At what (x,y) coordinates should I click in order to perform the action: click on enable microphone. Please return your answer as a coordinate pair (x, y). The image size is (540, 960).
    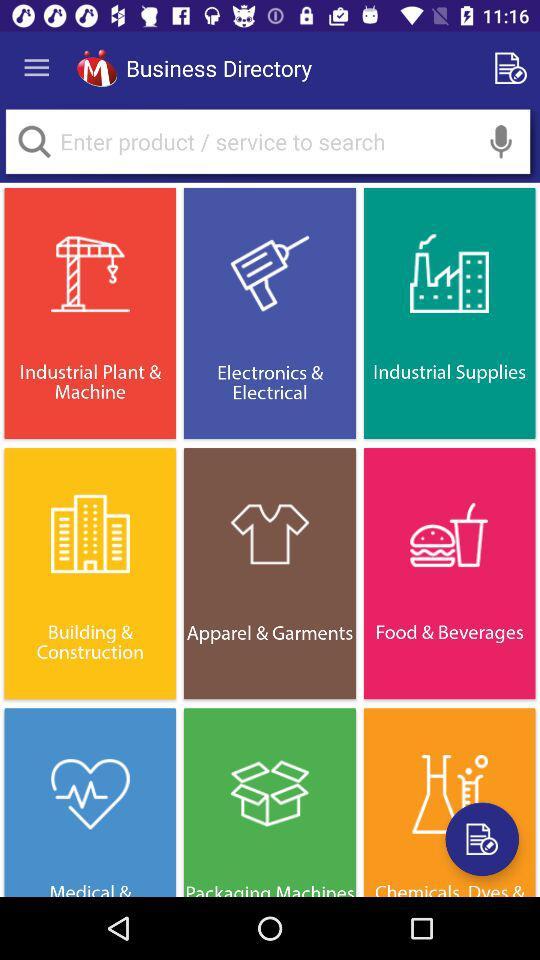
    Looking at the image, I should click on (500, 140).